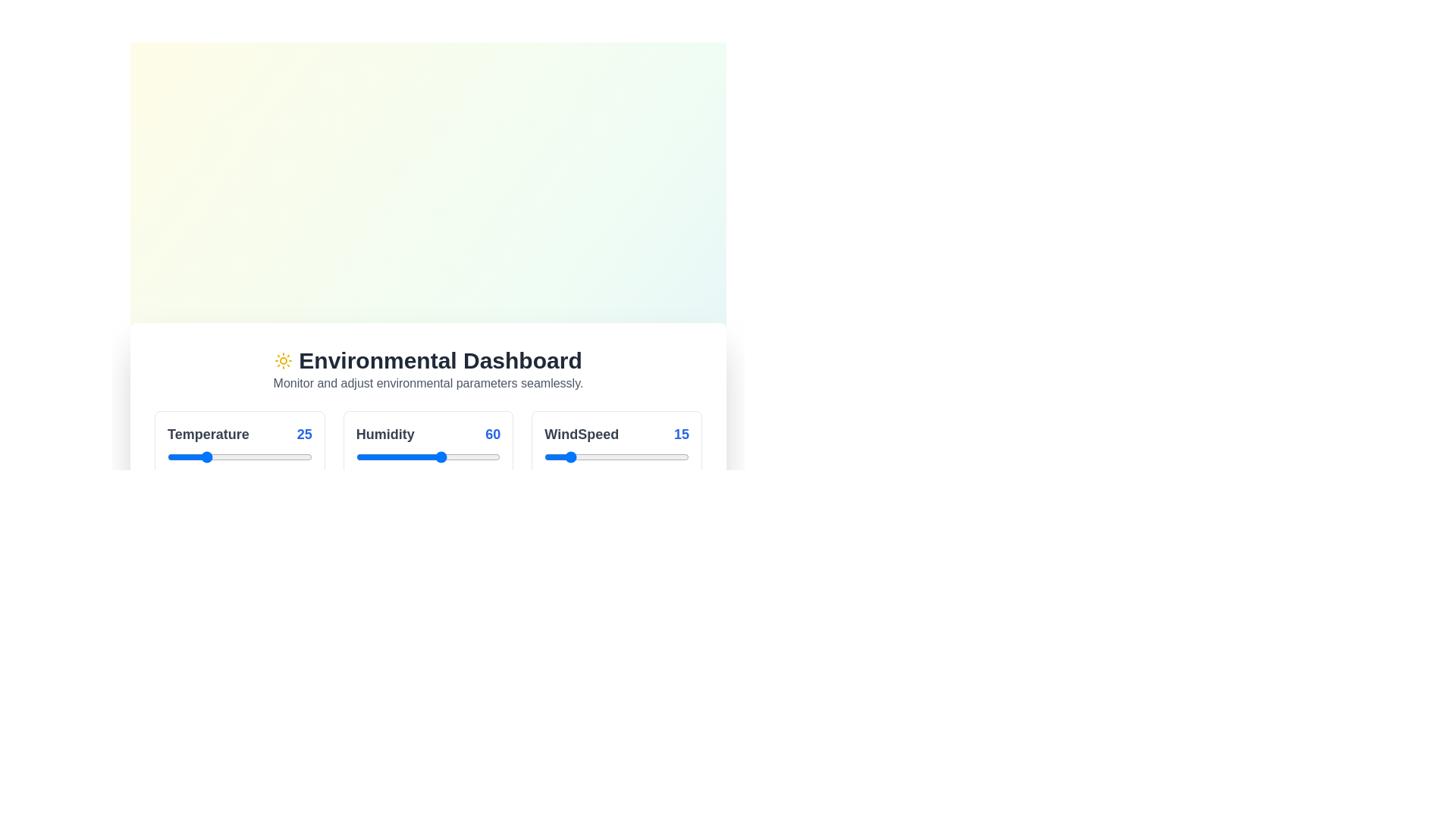 The height and width of the screenshot is (819, 1456). What do you see at coordinates (617, 455) in the screenshot?
I see `the 'WindSpeed' control panel slider element which displays a numeric value '15' in blue and has scale indicators for '0' and '100'` at bounding box center [617, 455].